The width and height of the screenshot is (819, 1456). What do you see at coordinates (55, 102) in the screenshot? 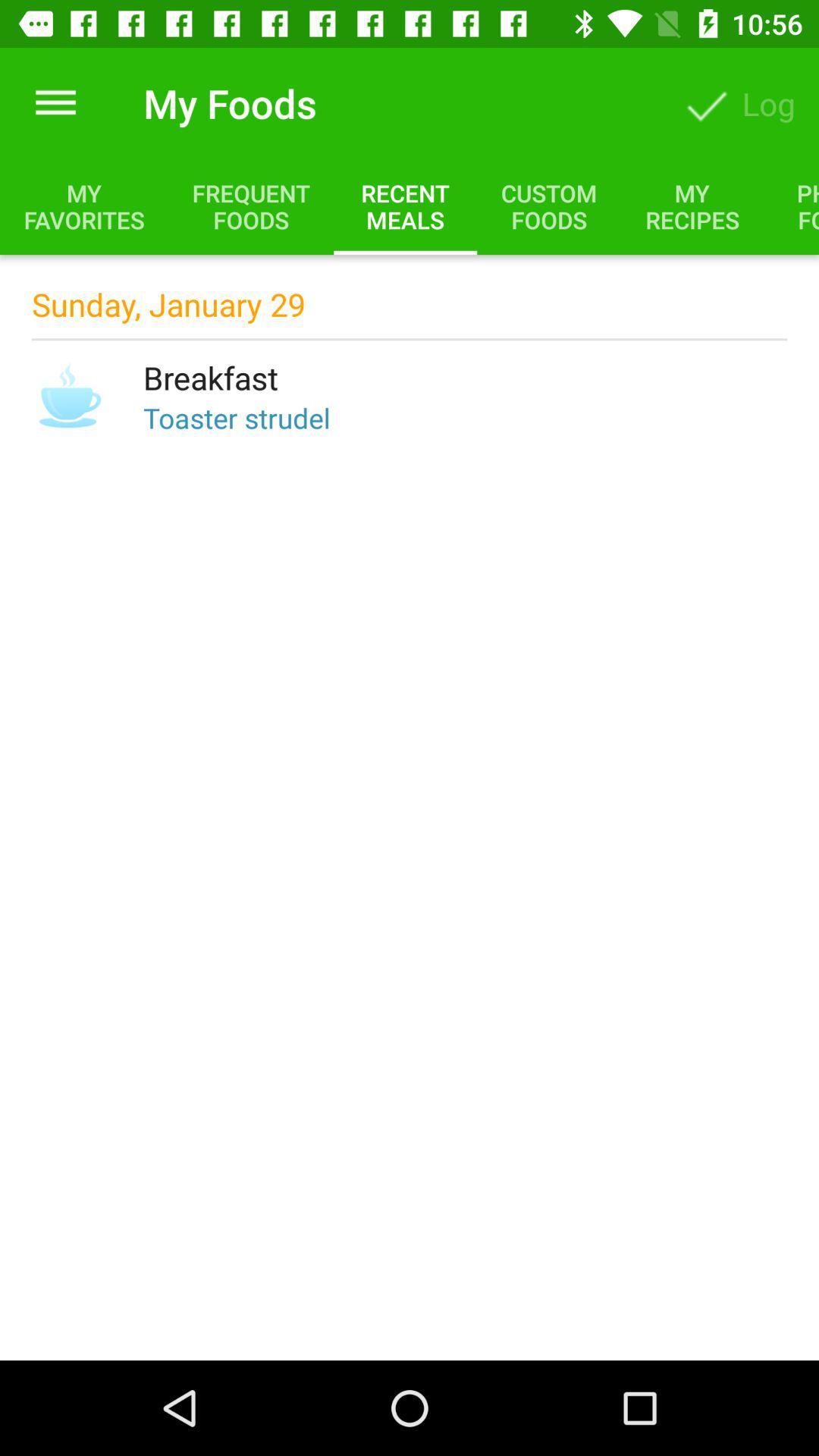
I see `icon above my` at bounding box center [55, 102].